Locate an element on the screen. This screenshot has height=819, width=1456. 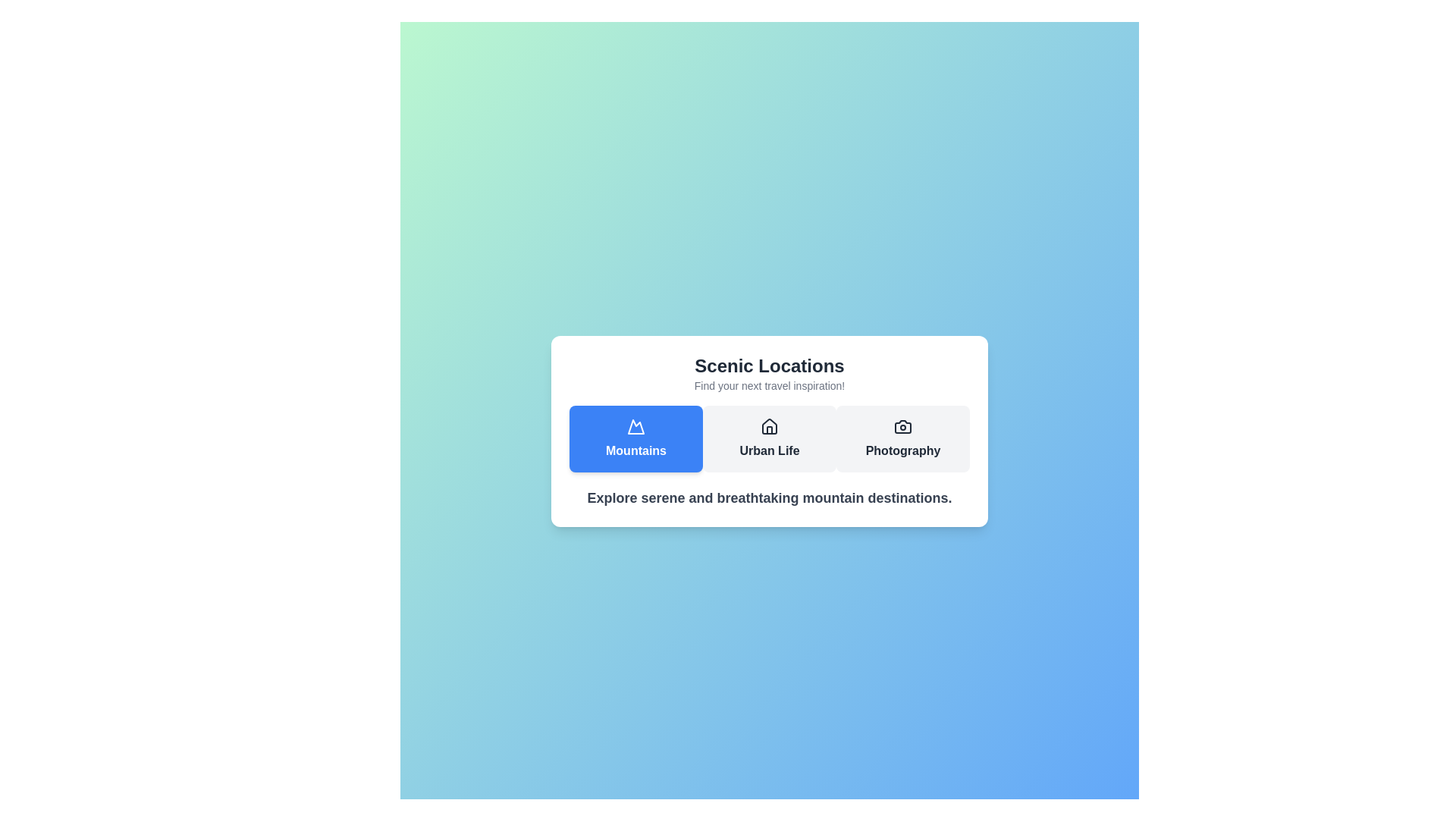
the 'Mountains' tab to select it is located at coordinates (636, 438).